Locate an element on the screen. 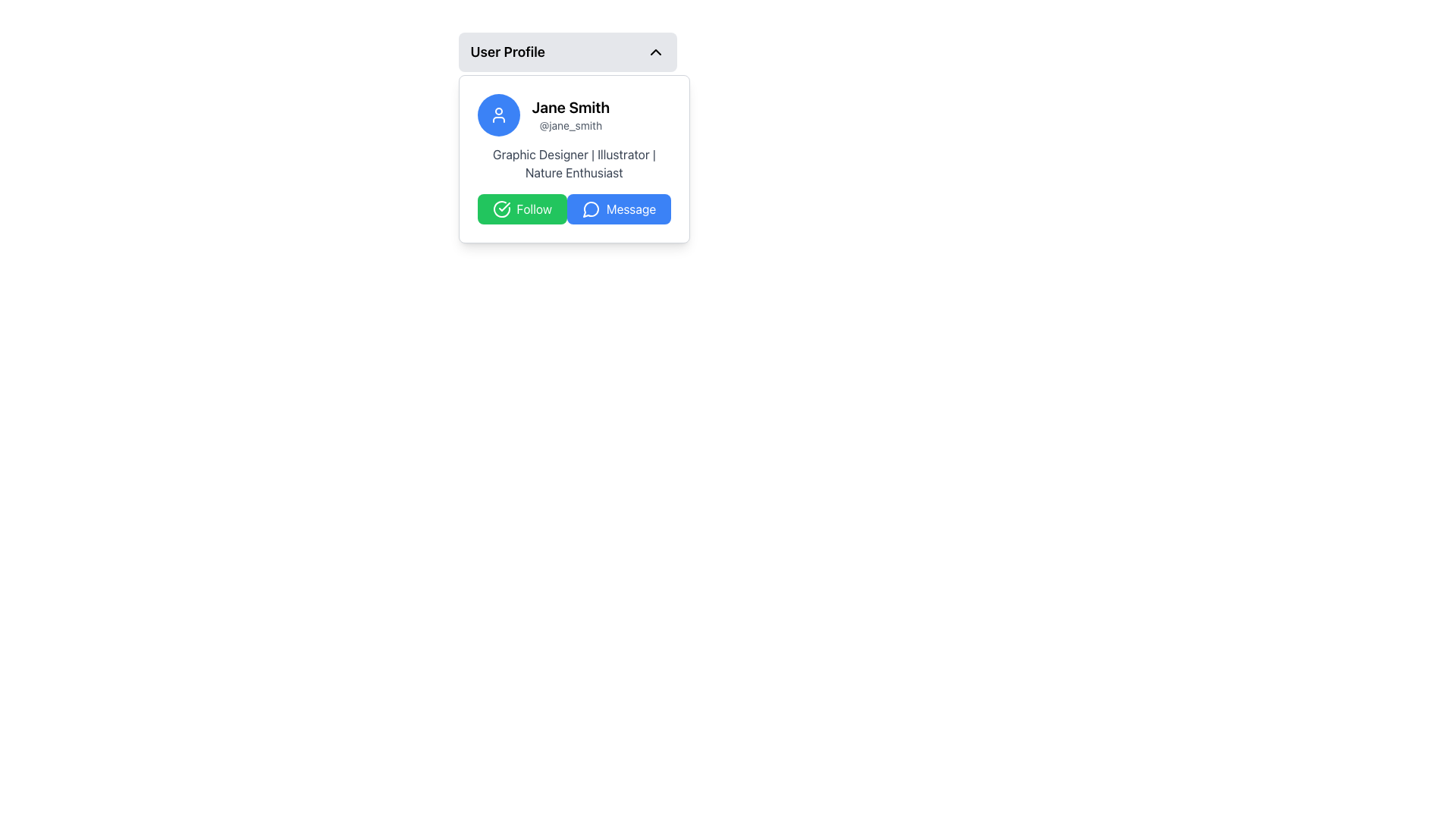 Image resolution: width=1456 pixels, height=819 pixels. user's name displayed above the username '@jane_smith', which is centered in the card layout is located at coordinates (570, 107).